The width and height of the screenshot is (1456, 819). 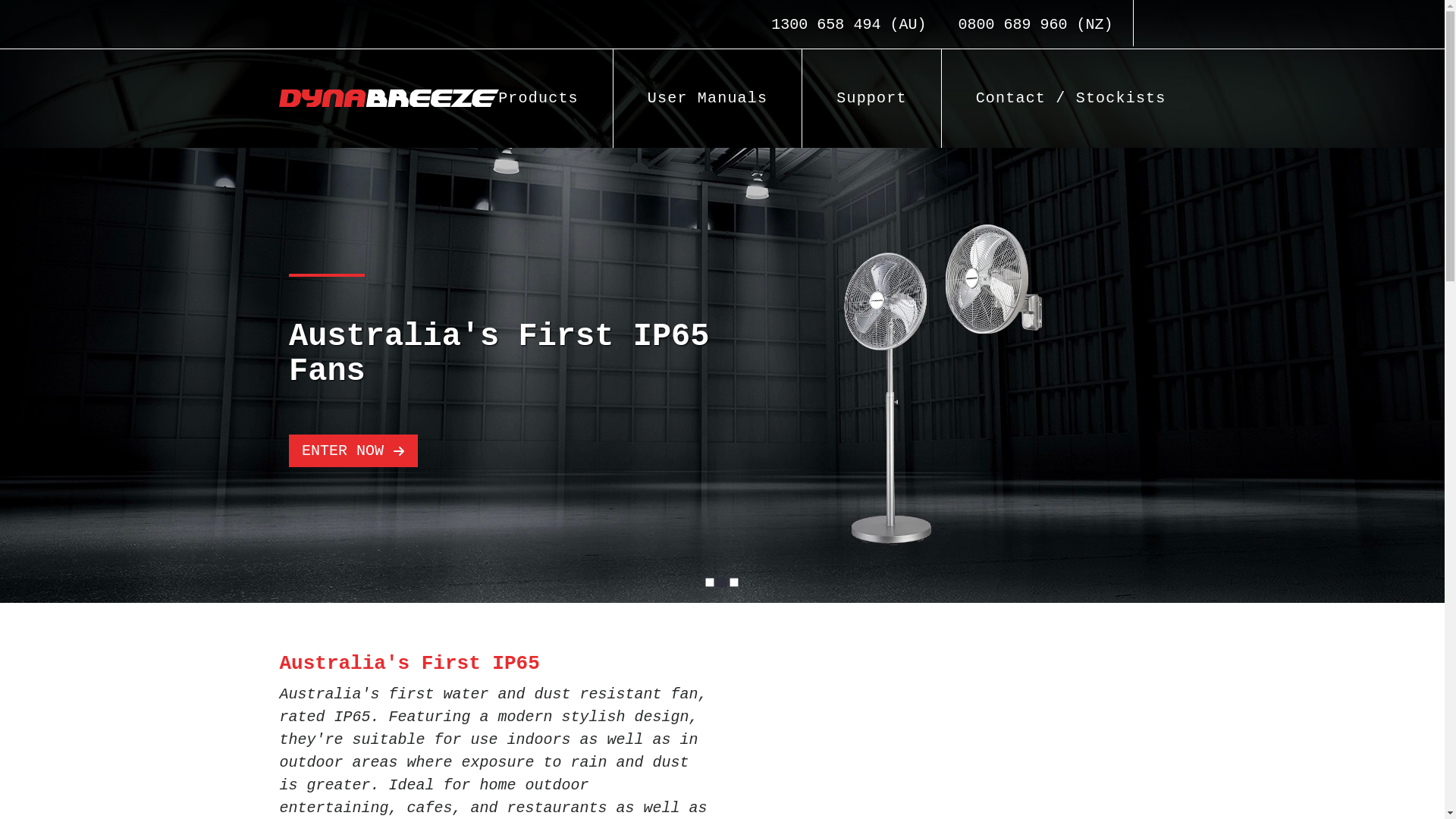 What do you see at coordinates (352, 450) in the screenshot?
I see `'ENTER NOW'` at bounding box center [352, 450].